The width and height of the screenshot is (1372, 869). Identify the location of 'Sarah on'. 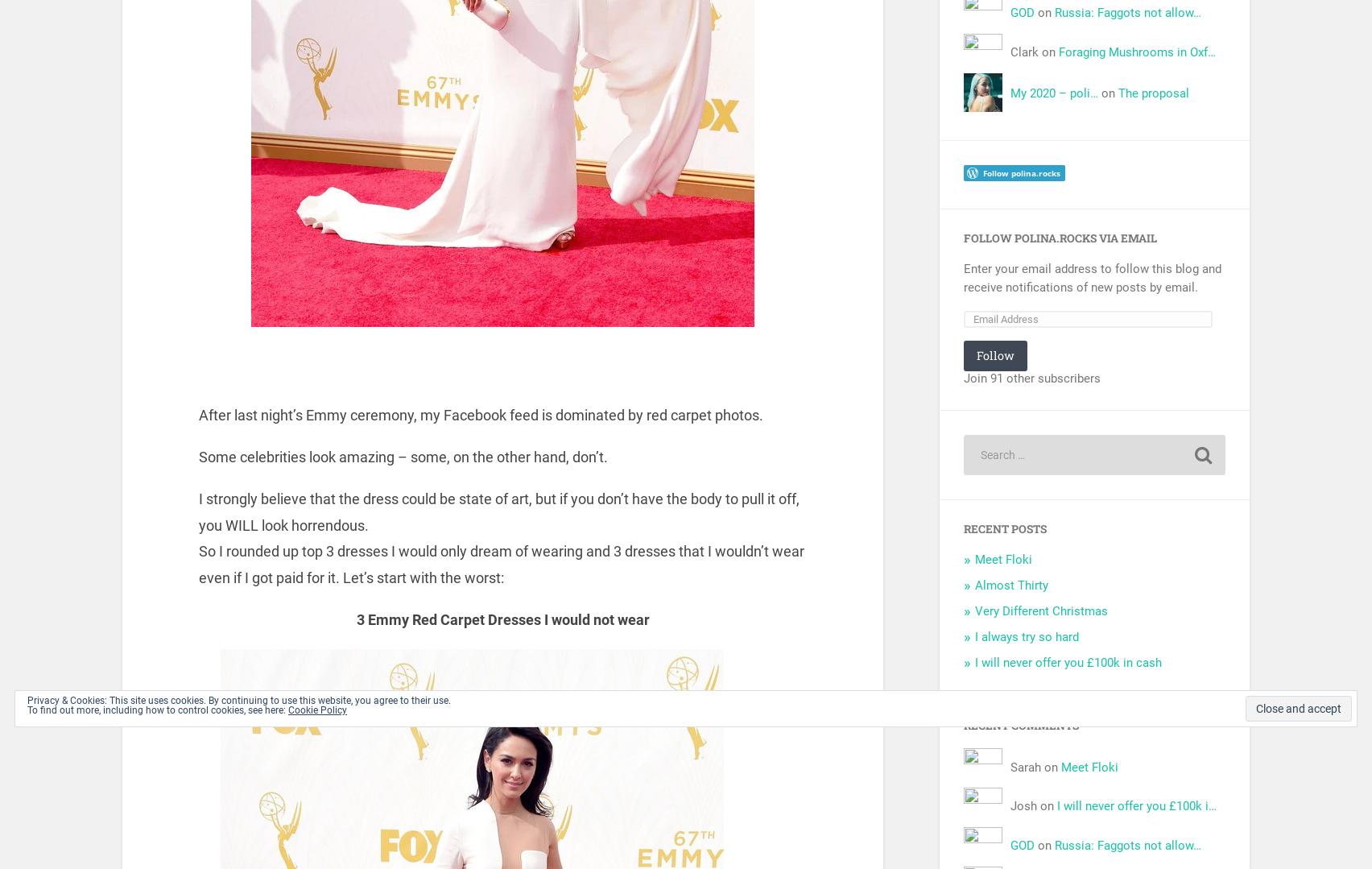
(1035, 767).